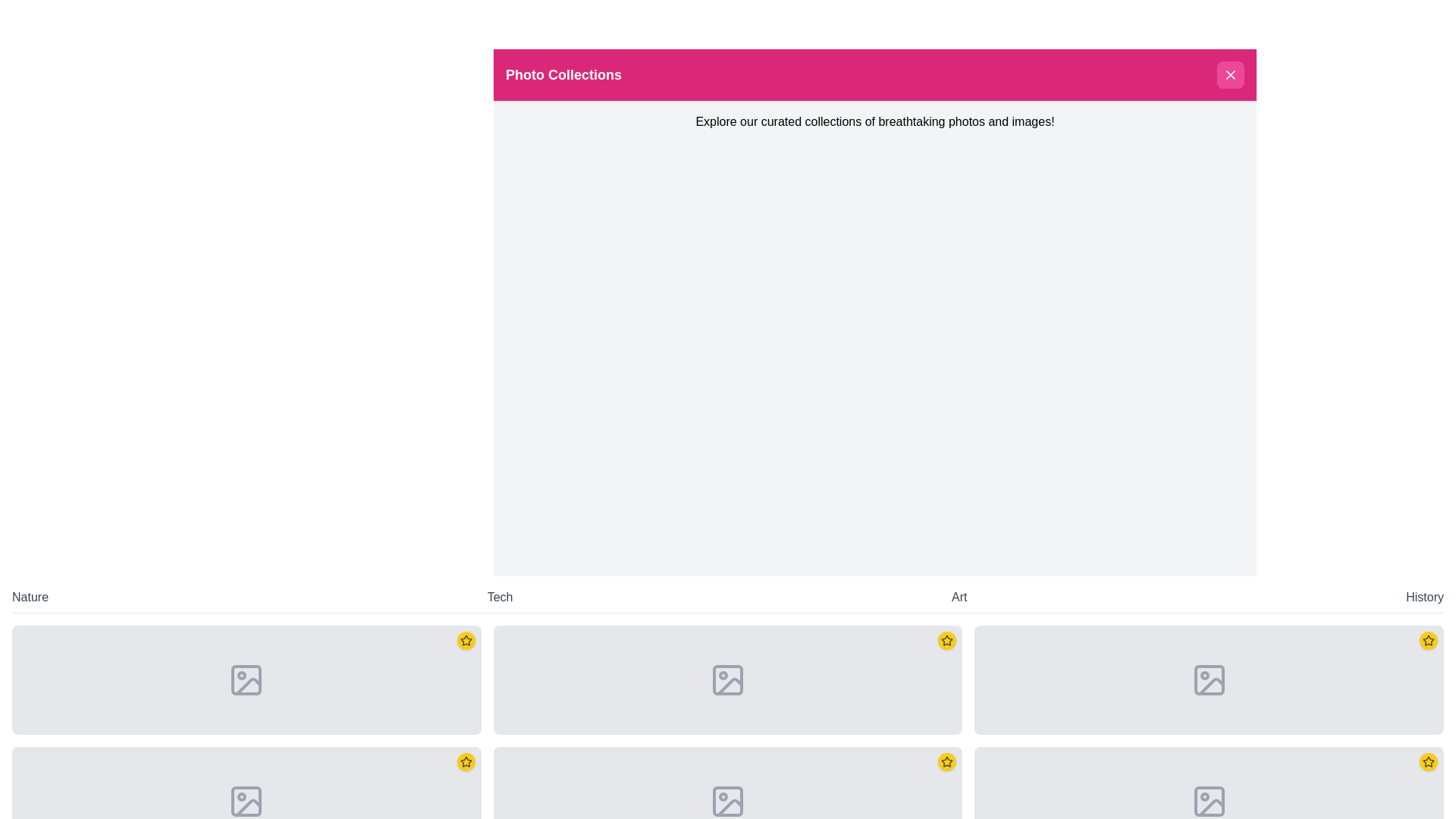 This screenshot has height=819, width=1456. Describe the element at coordinates (1426, 640) in the screenshot. I see `the star icon located in the bottom-right corner of the third rectangular card in the 'History' section to mark or unmark an item as favorite` at that location.